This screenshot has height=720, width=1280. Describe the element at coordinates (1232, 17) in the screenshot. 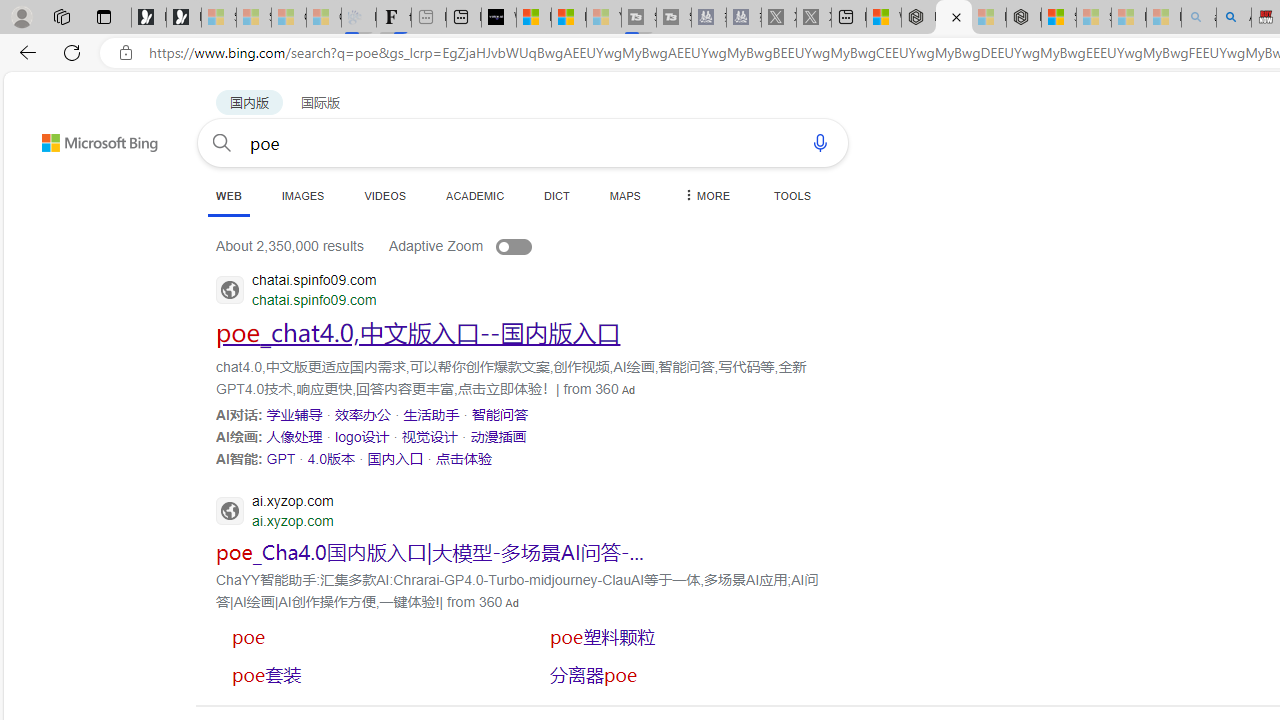

I see `'Amazon Echo Dot PNG - Search Images'` at that location.